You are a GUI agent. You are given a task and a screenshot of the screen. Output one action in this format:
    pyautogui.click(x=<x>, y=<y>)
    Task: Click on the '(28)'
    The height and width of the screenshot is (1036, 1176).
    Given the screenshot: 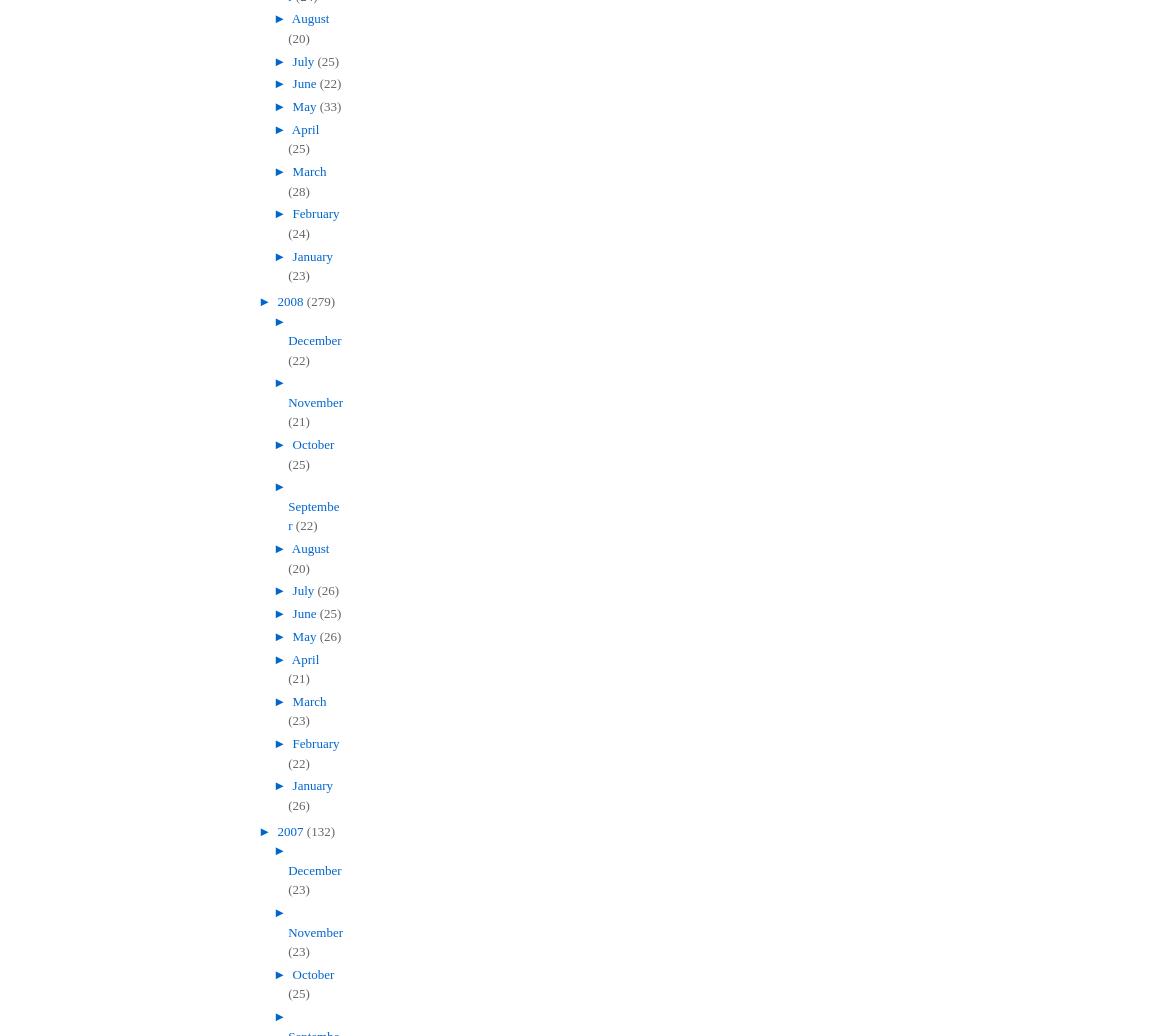 What is the action you would take?
    pyautogui.click(x=298, y=190)
    